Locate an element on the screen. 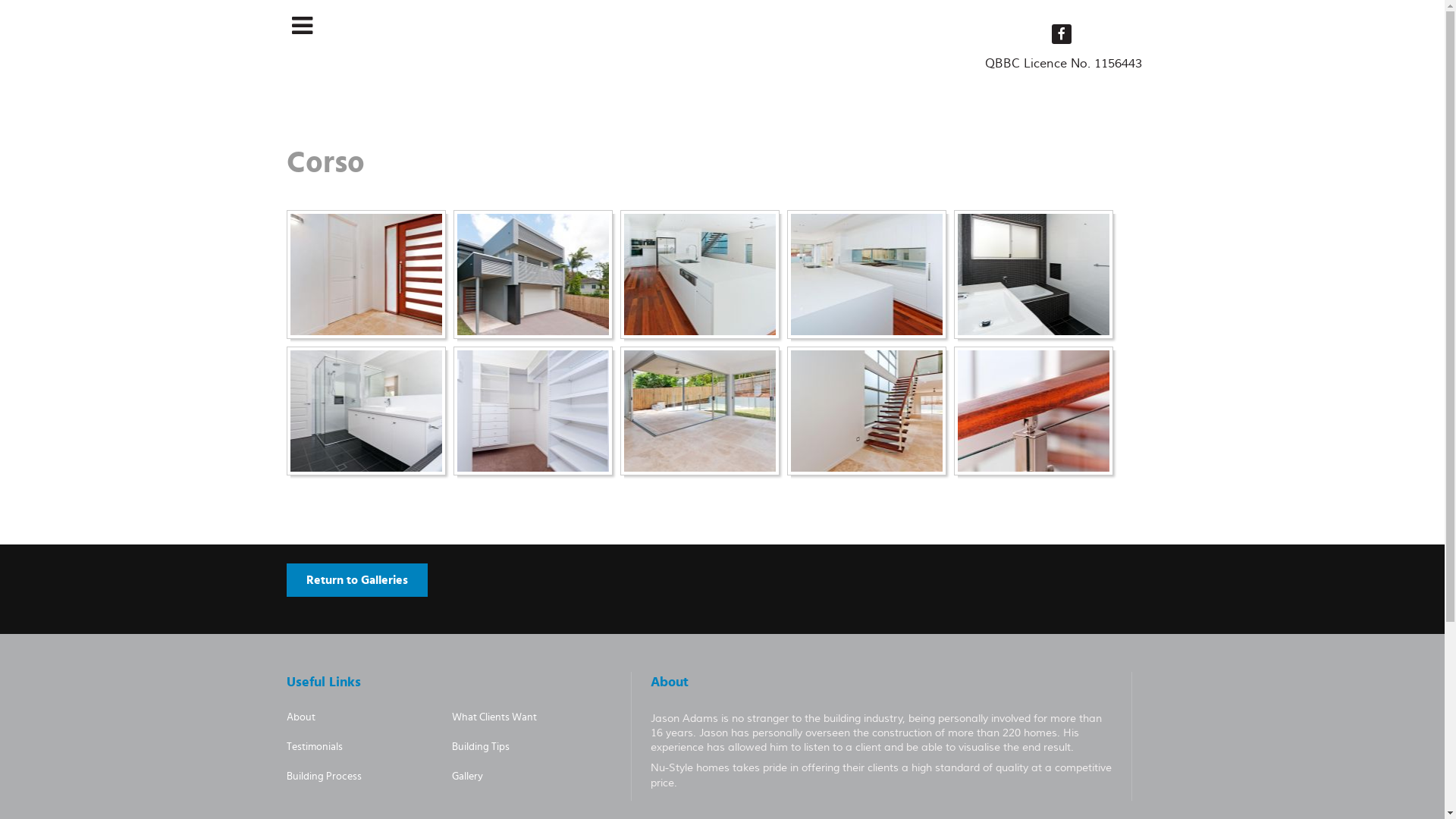 Image resolution: width=1456 pixels, height=819 pixels. 'Return to Galleries' is located at coordinates (287, 579).